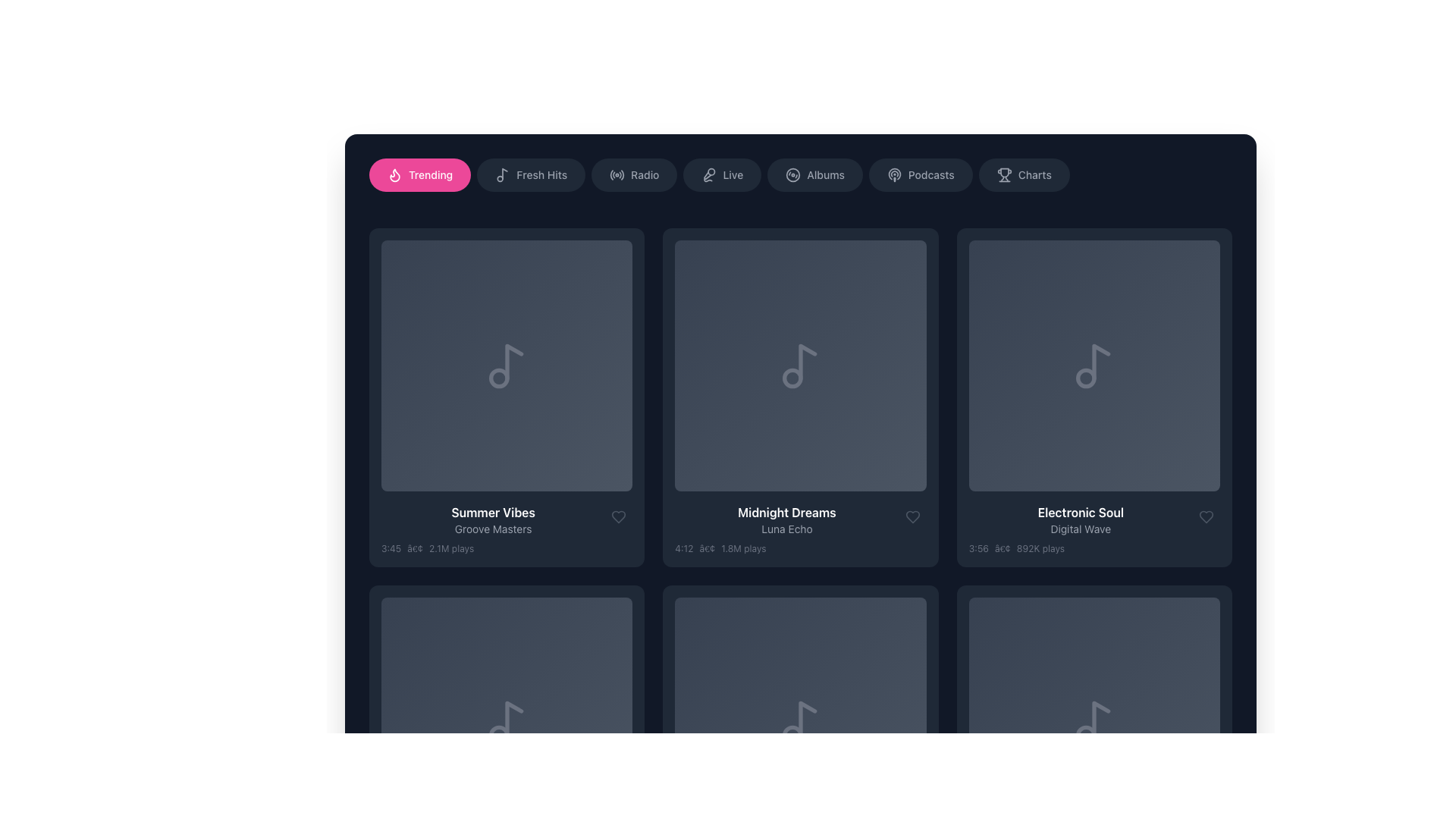 Image resolution: width=1456 pixels, height=819 pixels. I want to click on the flame icon with a pink fill color and stroke-based design, located to the left of the 'Trending' text label, so click(395, 174).